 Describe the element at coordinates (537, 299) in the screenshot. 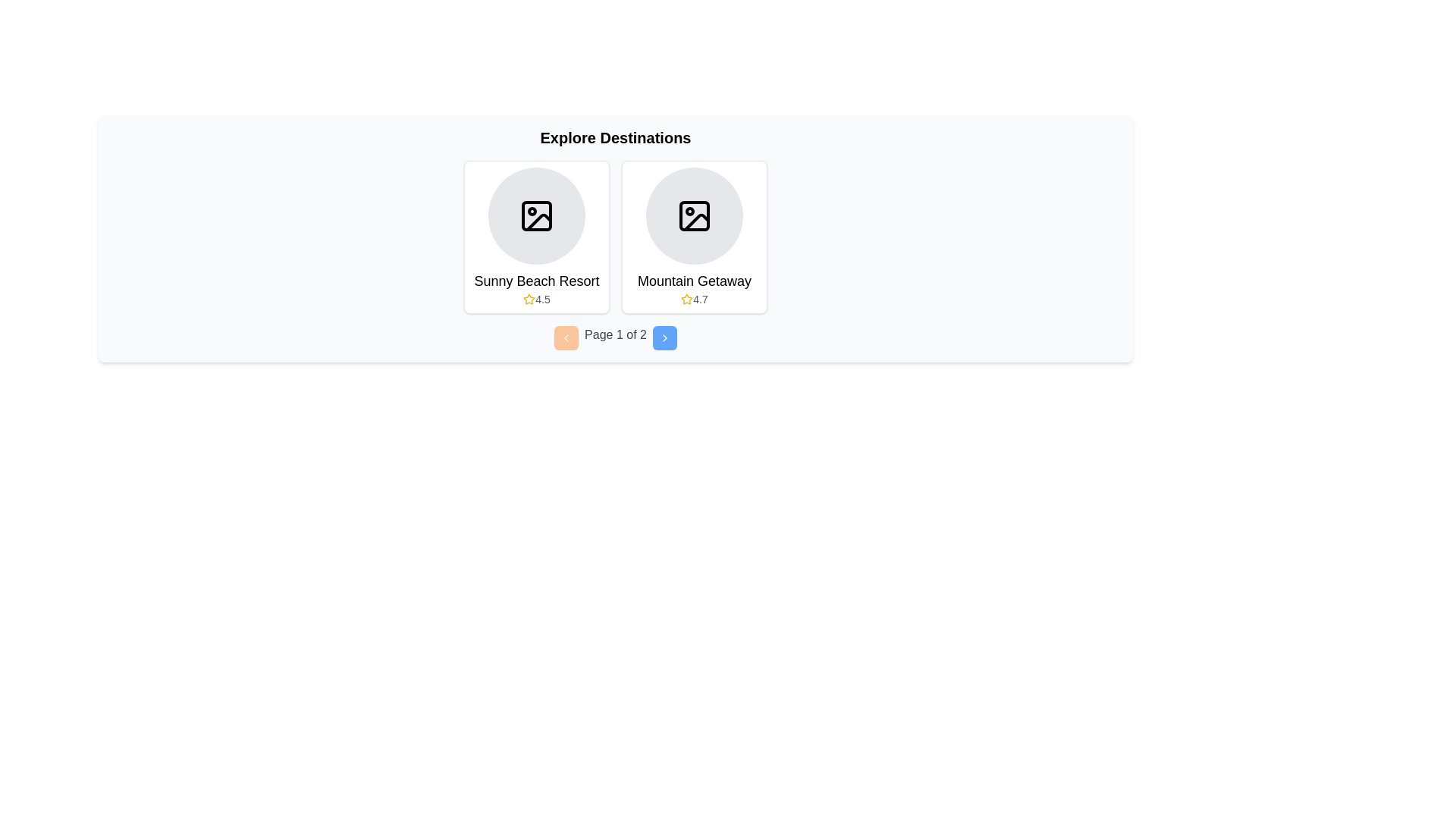

I see `the rating display element for 'Sunny Beach Resort', located at the bottom center of the left card, near the star icon` at that location.